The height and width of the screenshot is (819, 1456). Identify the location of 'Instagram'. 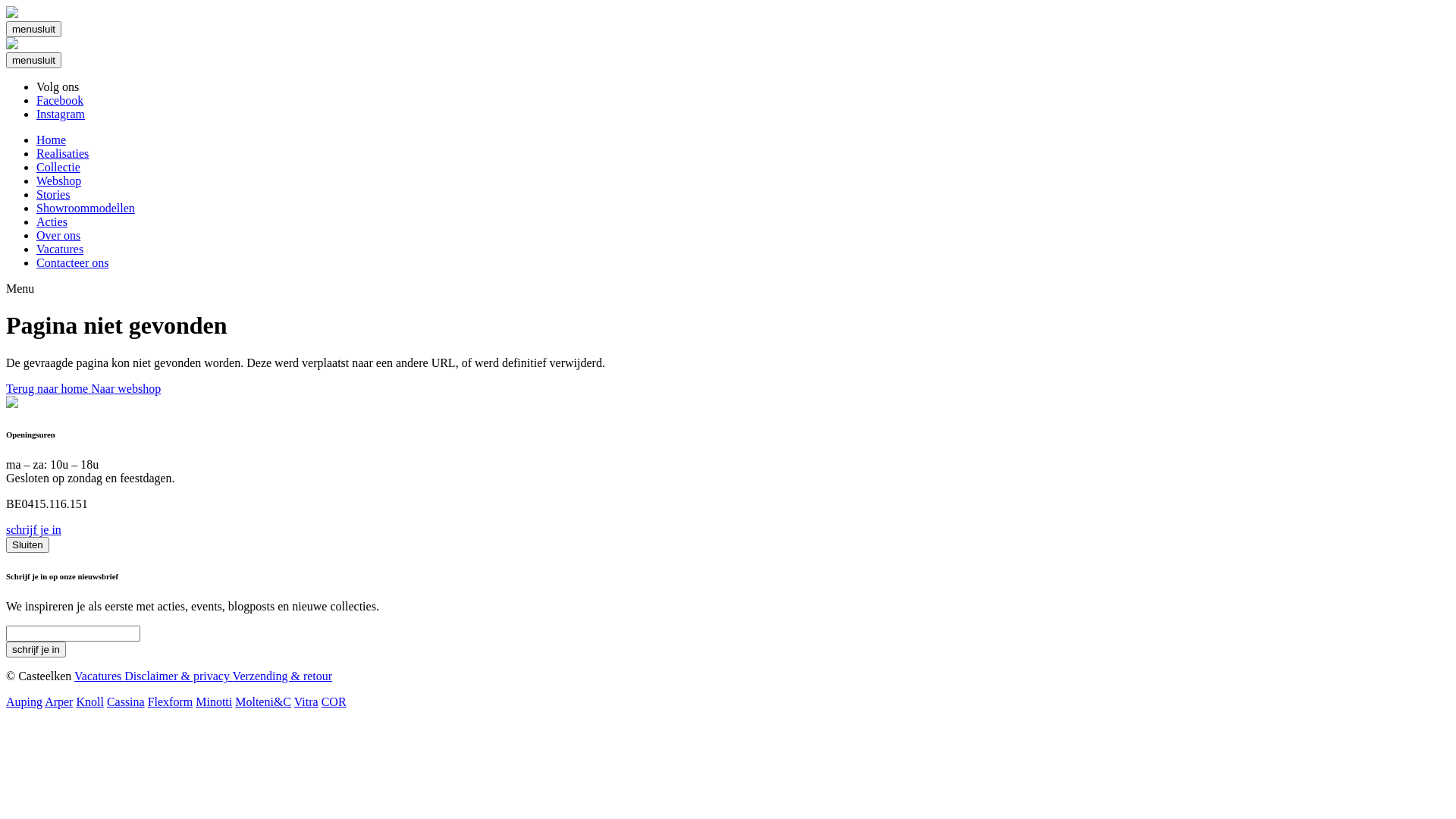
(61, 113).